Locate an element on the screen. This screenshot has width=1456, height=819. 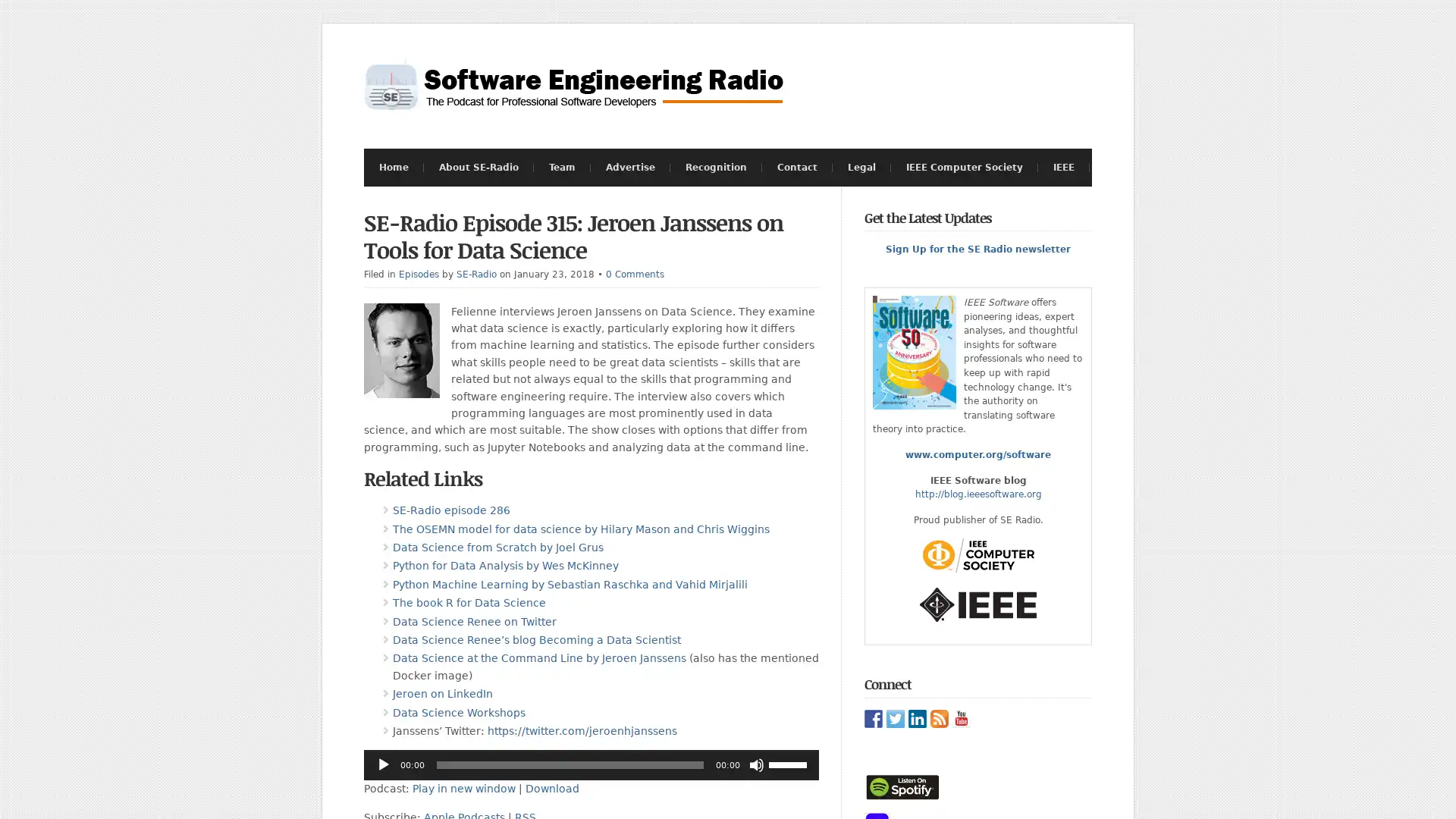
Mute is located at coordinates (757, 765).